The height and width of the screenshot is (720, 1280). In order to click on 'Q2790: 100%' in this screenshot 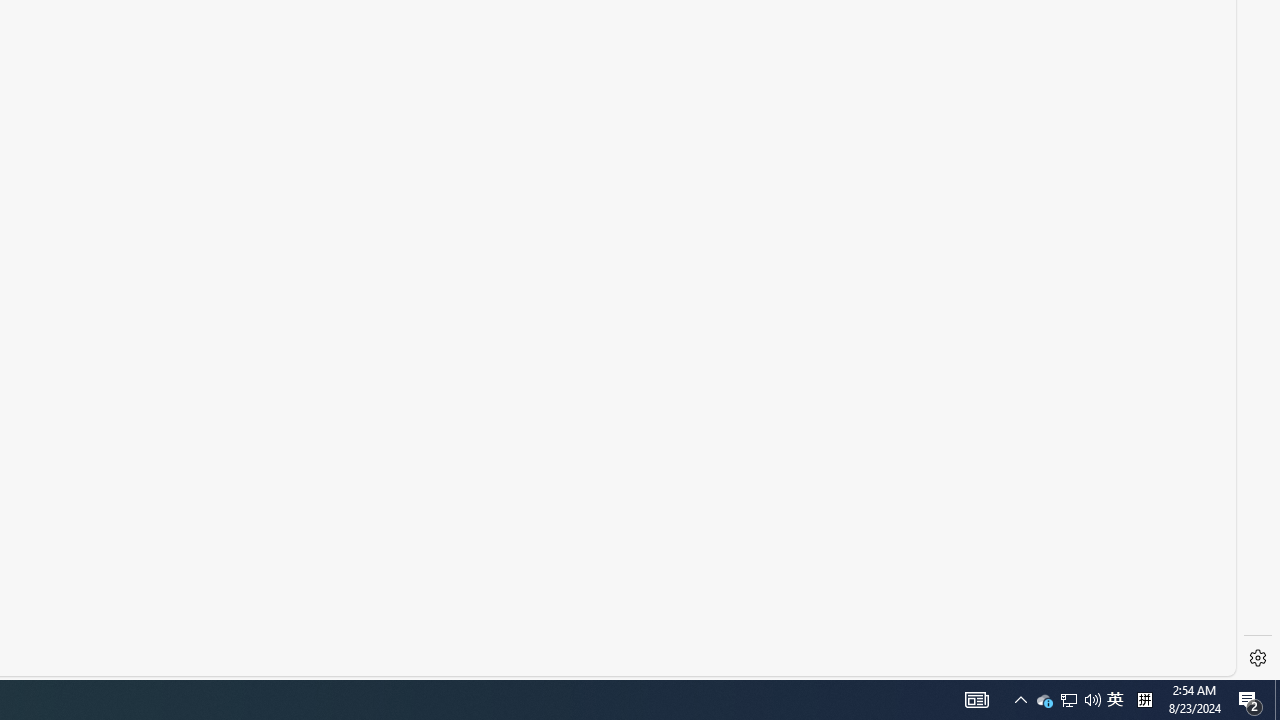, I will do `click(1092, 698)`.